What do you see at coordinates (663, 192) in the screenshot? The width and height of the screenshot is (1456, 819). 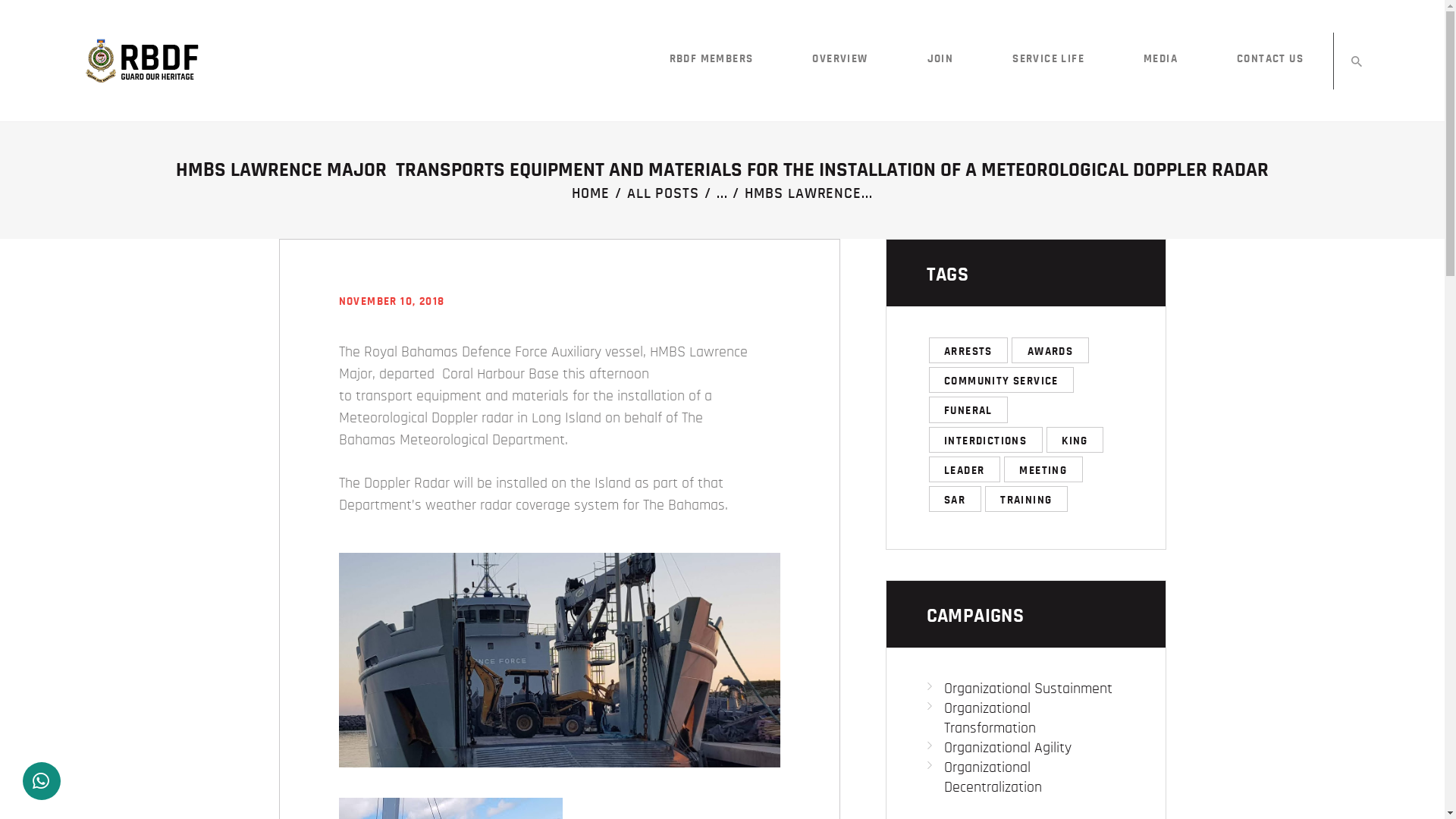 I see `'ALL POSTS'` at bounding box center [663, 192].